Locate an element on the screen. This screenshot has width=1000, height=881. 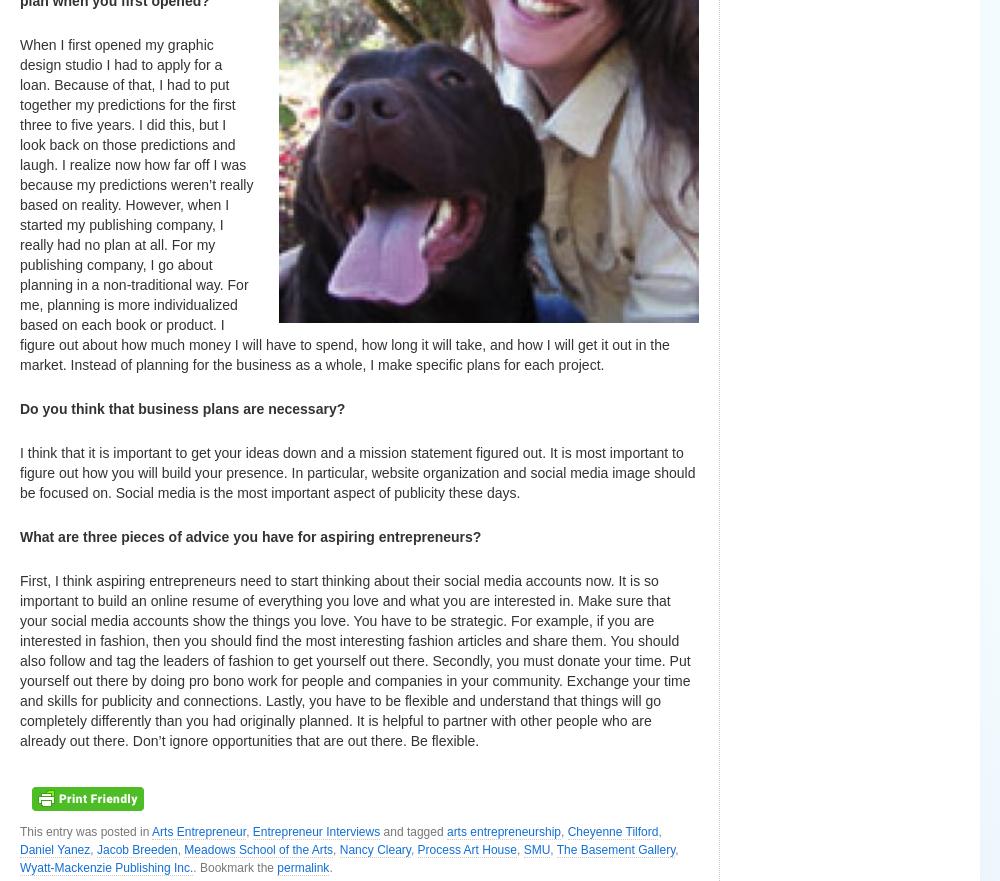
'SMU' is located at coordinates (536, 849).